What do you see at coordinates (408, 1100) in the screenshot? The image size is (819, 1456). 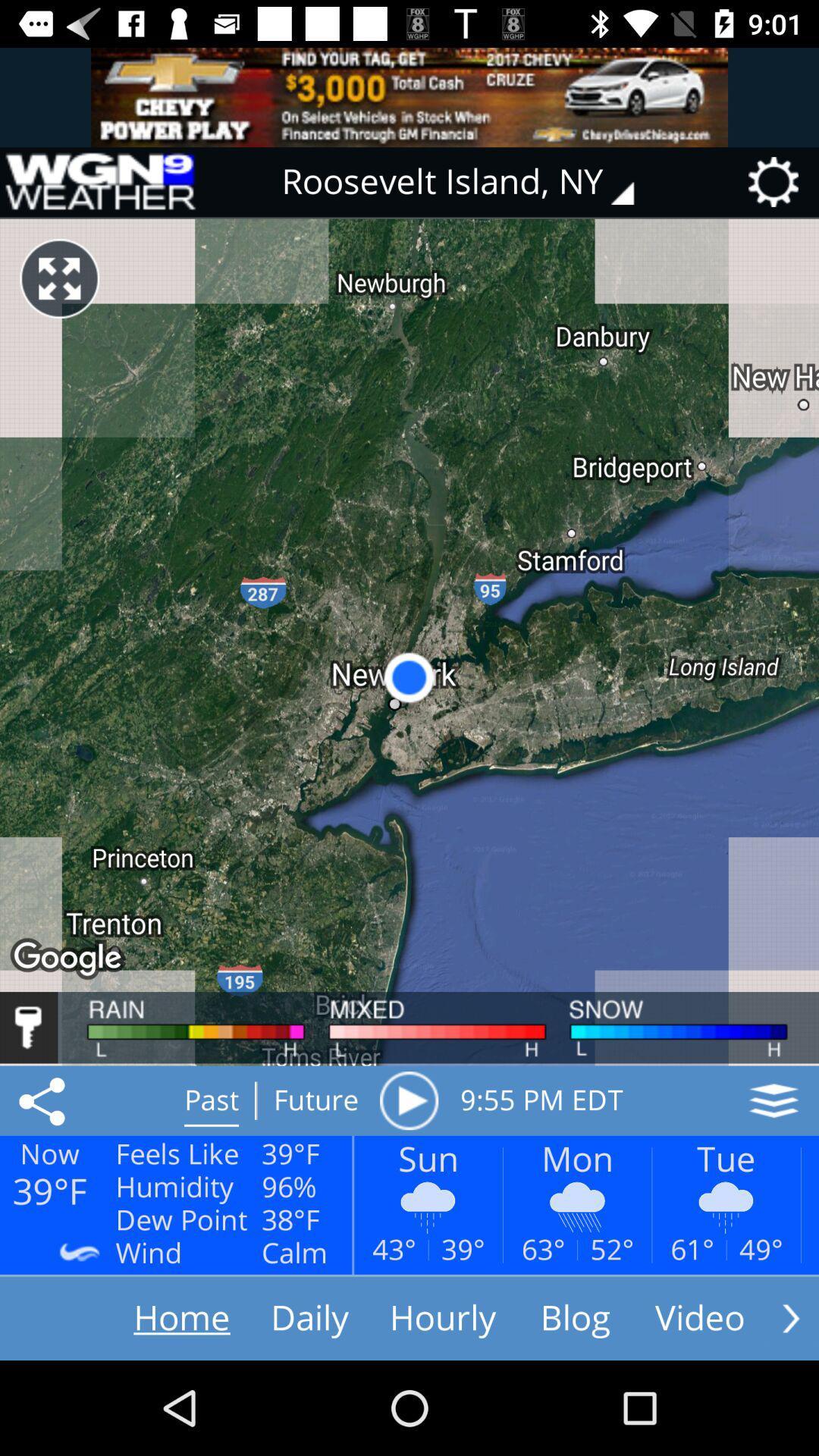 I see `plays a snapshot of the weather` at bounding box center [408, 1100].